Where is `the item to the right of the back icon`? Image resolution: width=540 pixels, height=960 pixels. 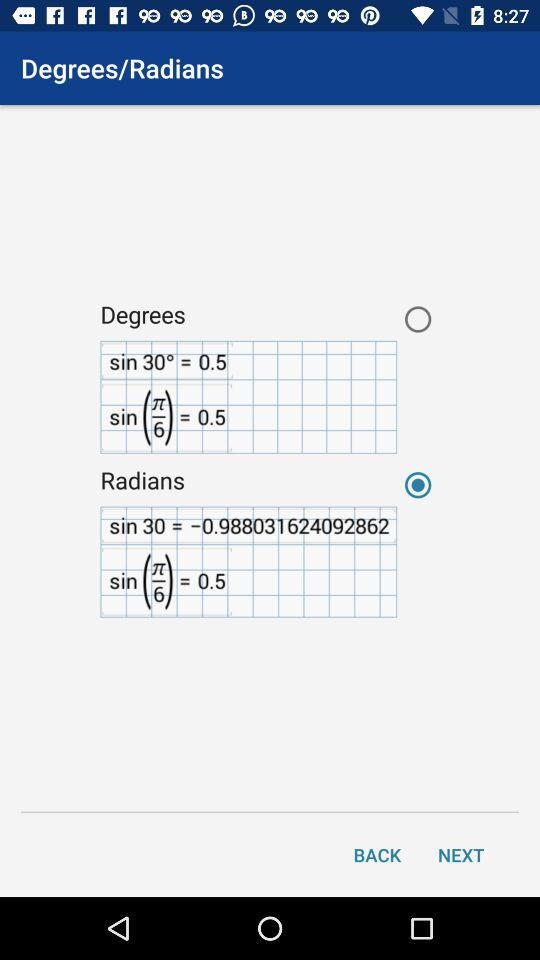
the item to the right of the back icon is located at coordinates (461, 853).